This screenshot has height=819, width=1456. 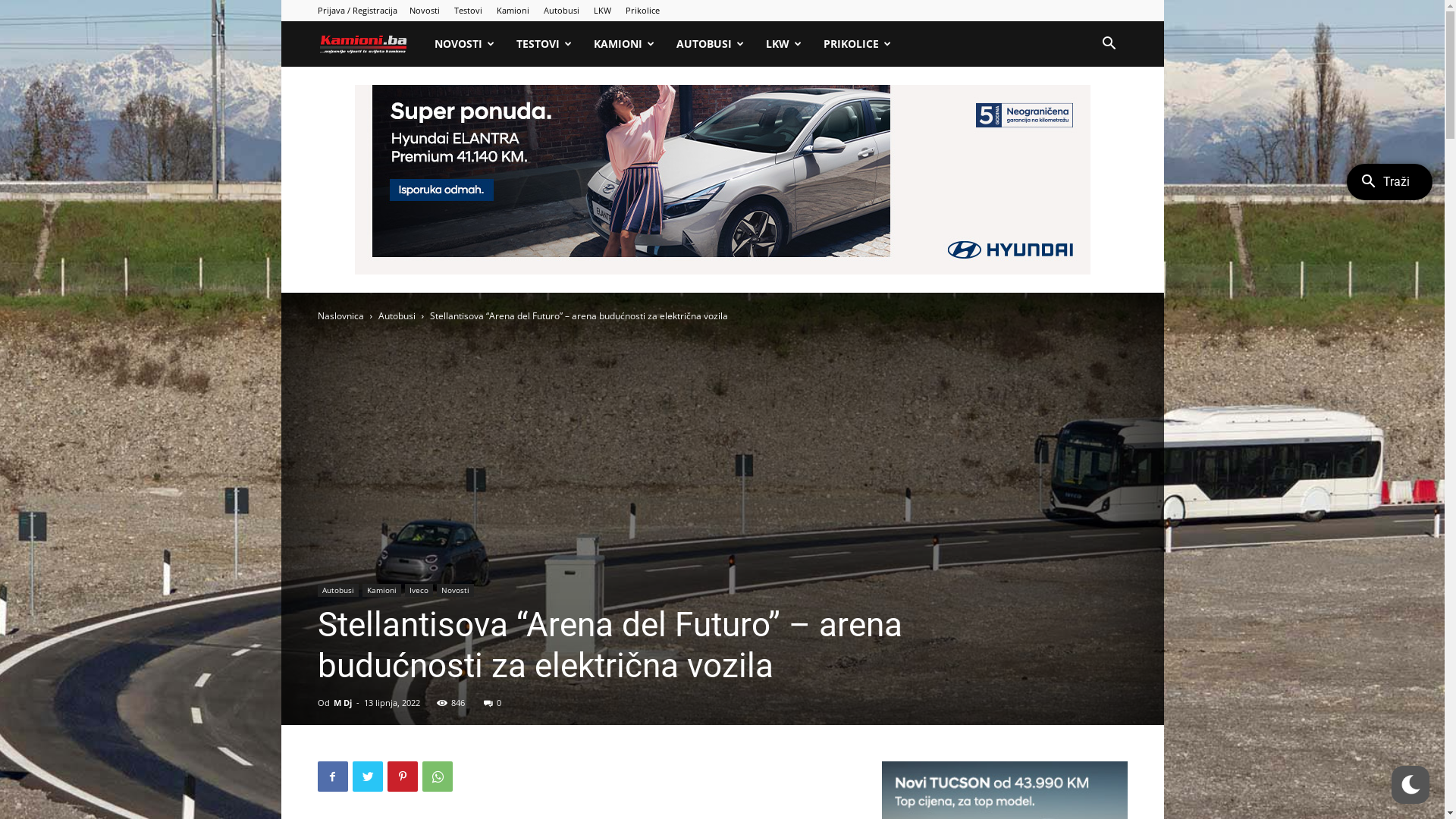 I want to click on 'LKW', so click(x=601, y=10).